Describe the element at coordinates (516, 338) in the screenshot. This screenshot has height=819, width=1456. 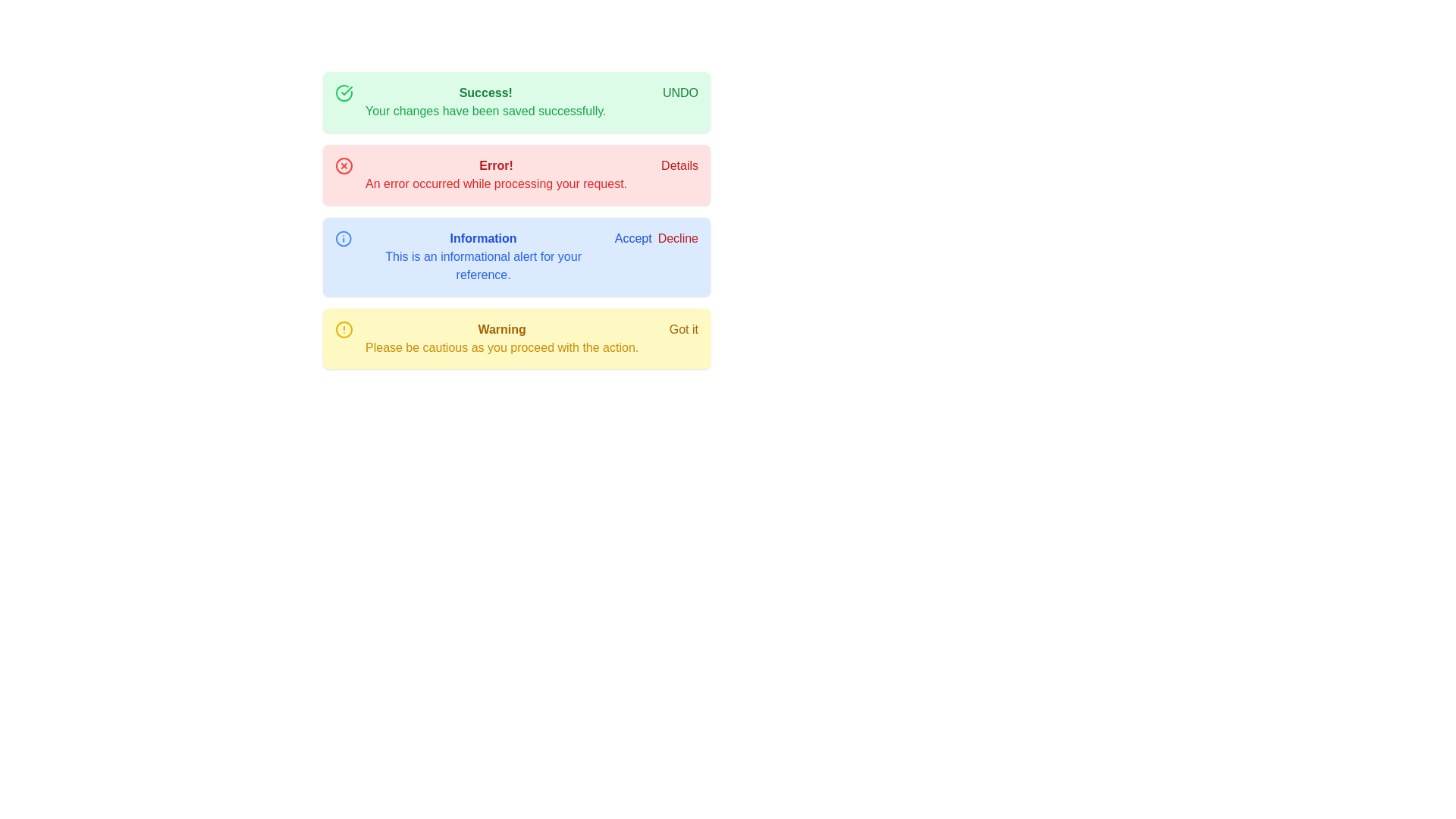
I see `the warning Notification card, which is the last in a vertical stack of alert elements` at that location.